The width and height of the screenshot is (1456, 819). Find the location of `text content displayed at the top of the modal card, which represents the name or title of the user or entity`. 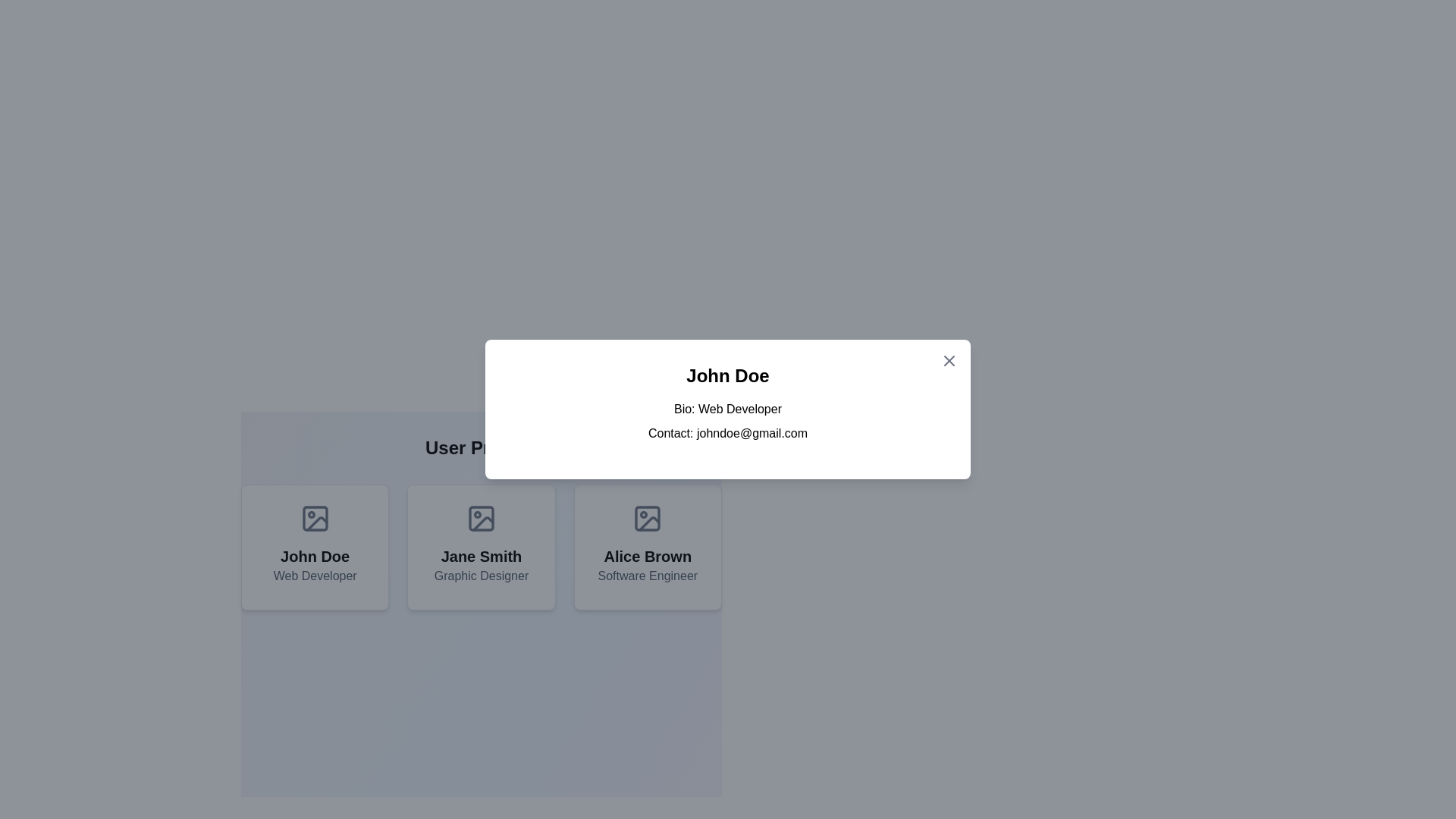

text content displayed at the top of the modal card, which represents the name or title of the user or entity is located at coordinates (728, 375).